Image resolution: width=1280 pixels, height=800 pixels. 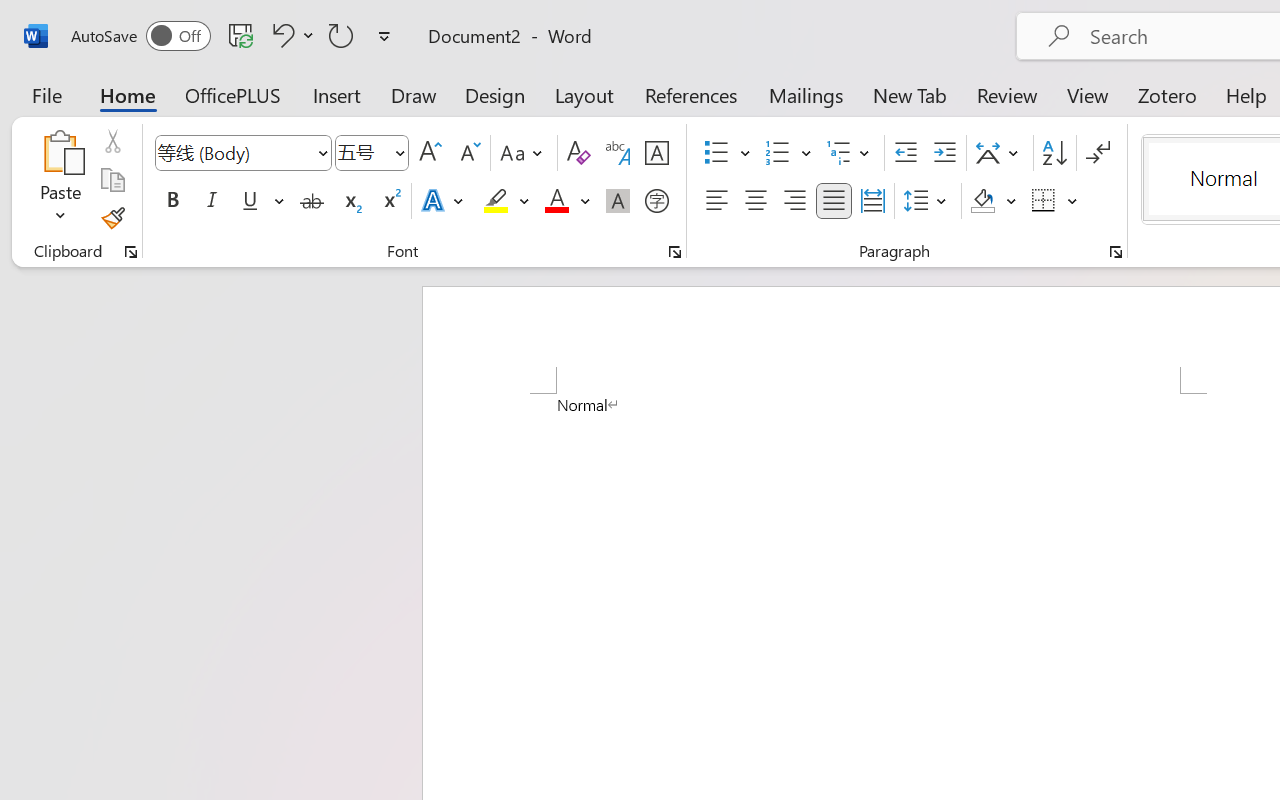 What do you see at coordinates (656, 201) in the screenshot?
I see `'Enclose Characters...'` at bounding box center [656, 201].